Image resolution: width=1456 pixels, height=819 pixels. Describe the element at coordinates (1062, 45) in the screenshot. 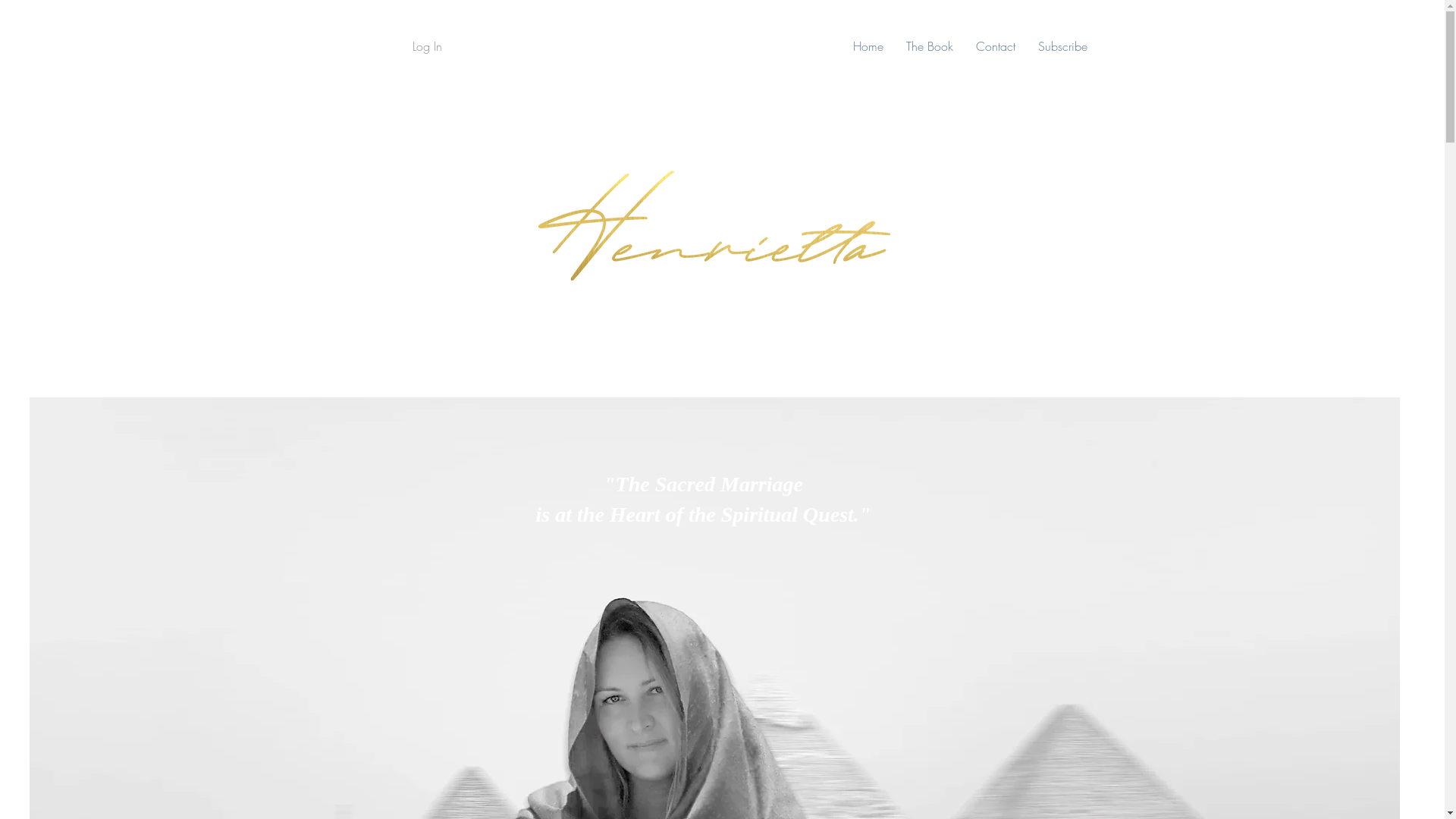

I see `'Subscribe'` at that location.